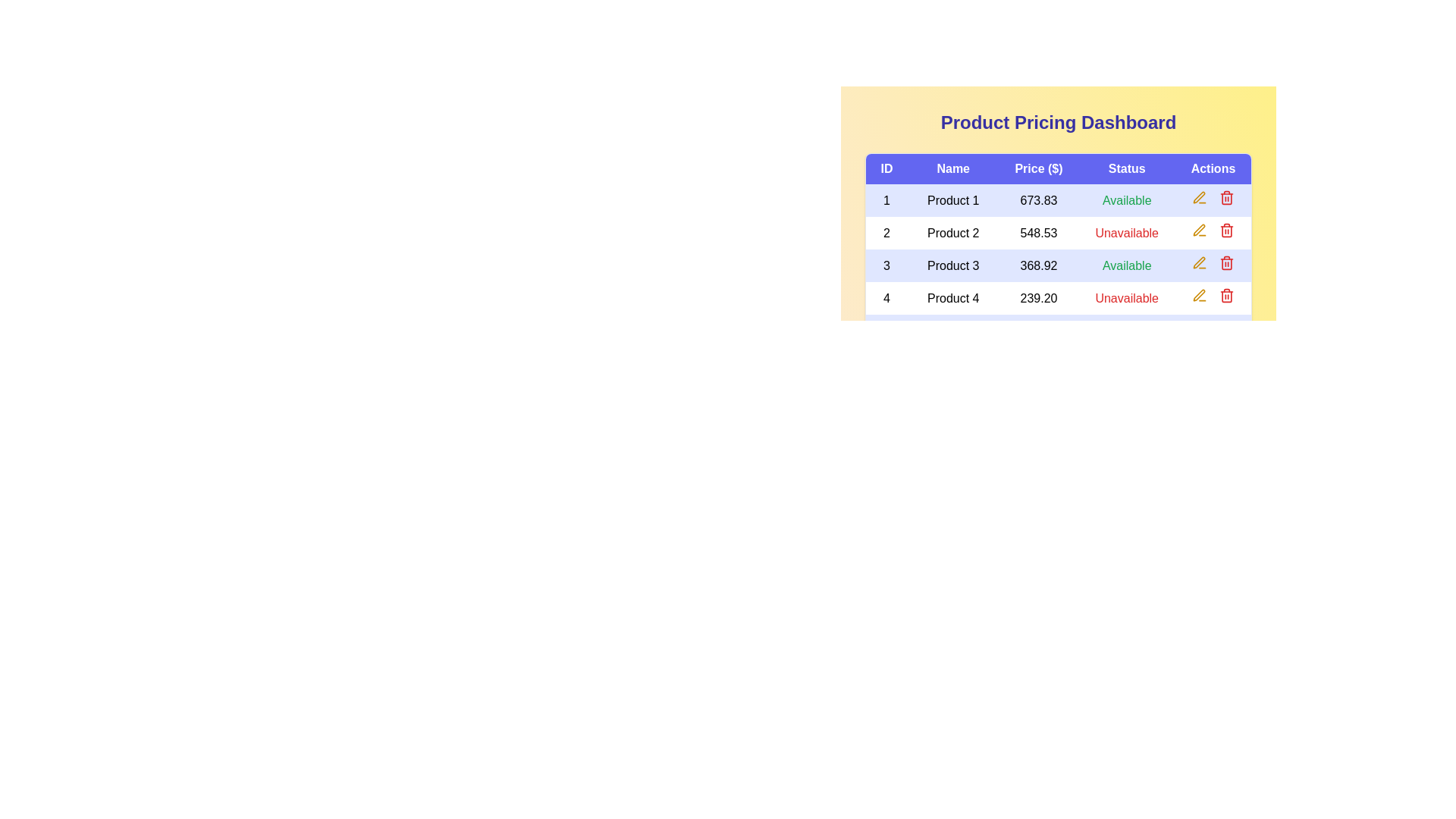 Image resolution: width=1456 pixels, height=819 pixels. Describe the element at coordinates (1226, 197) in the screenshot. I see `delete button for the product with ID 1` at that location.